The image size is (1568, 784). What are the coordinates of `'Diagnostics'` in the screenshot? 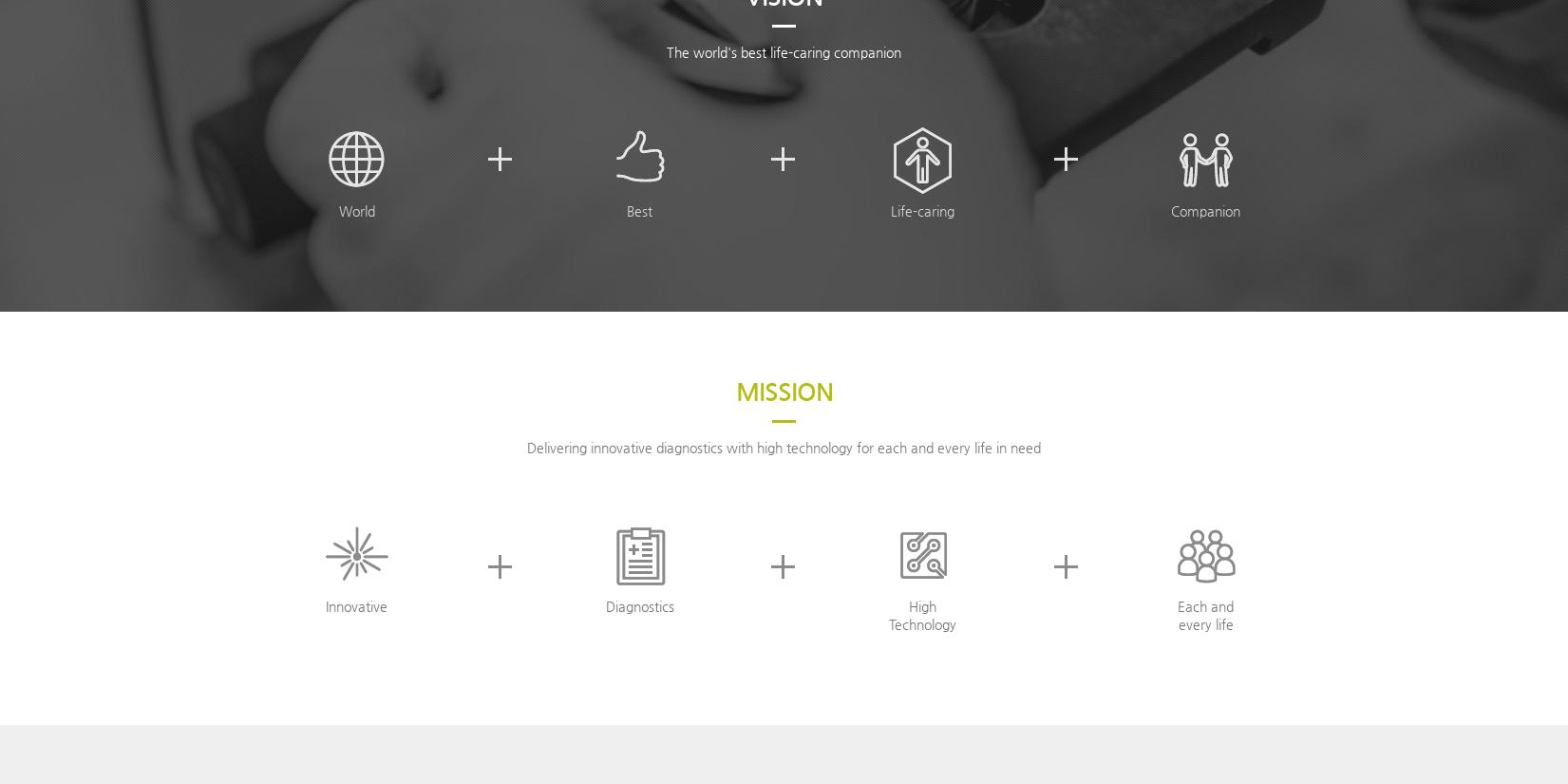 It's located at (638, 603).